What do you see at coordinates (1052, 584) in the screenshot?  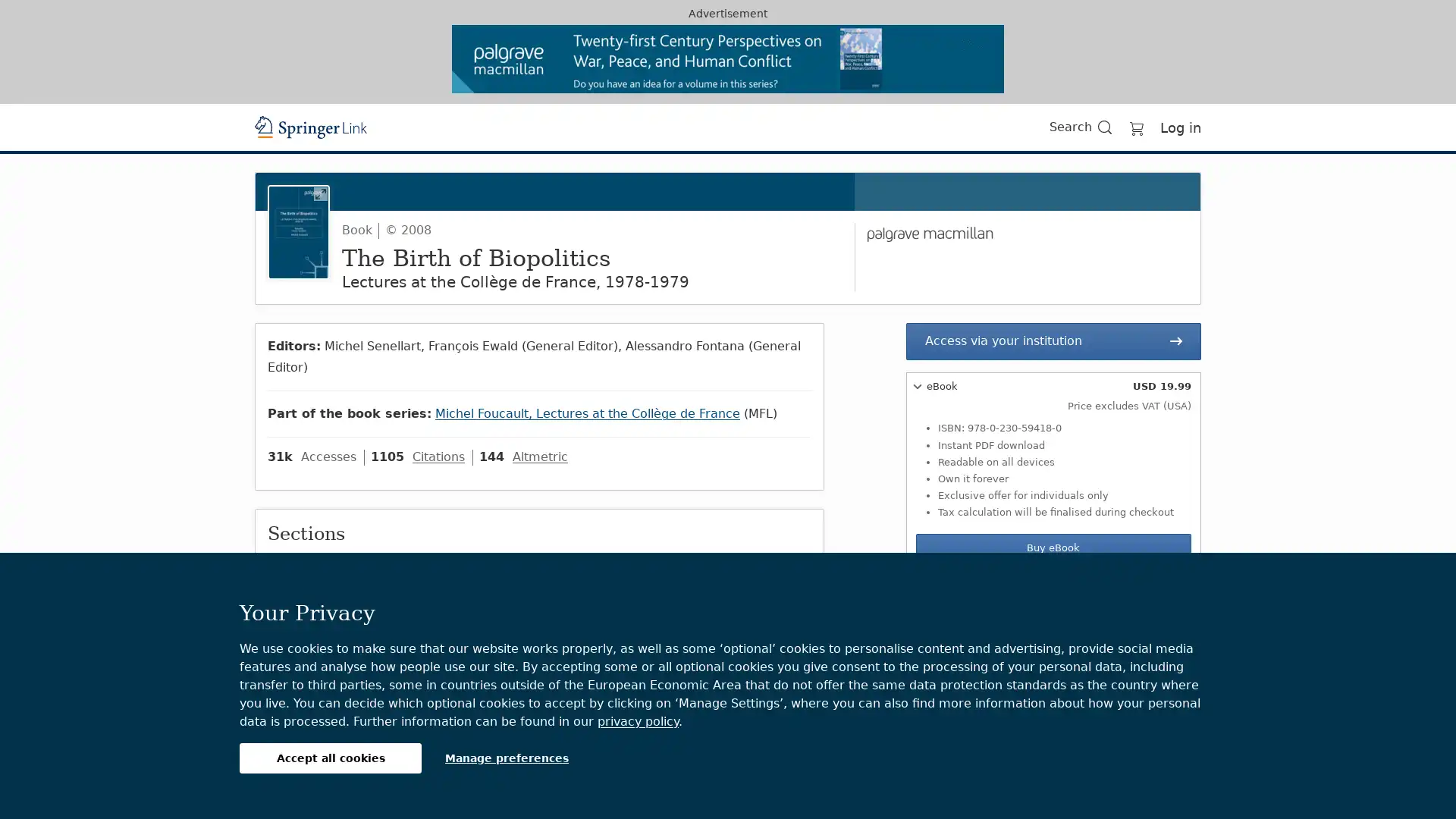 I see `Softcover Book USD 29.99` at bounding box center [1052, 584].